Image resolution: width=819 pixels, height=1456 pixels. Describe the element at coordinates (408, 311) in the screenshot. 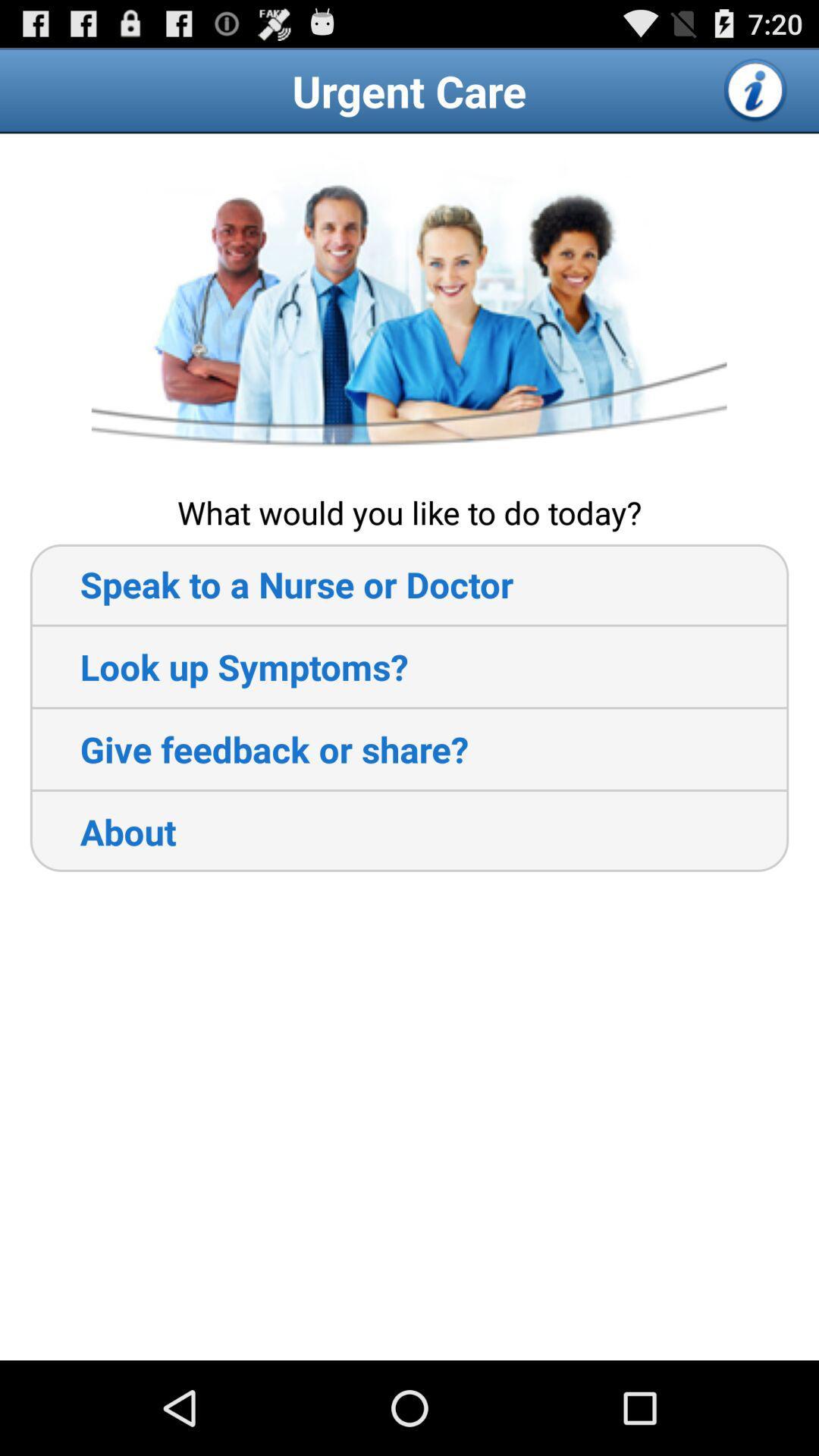

I see `icon above the what would you item` at that location.